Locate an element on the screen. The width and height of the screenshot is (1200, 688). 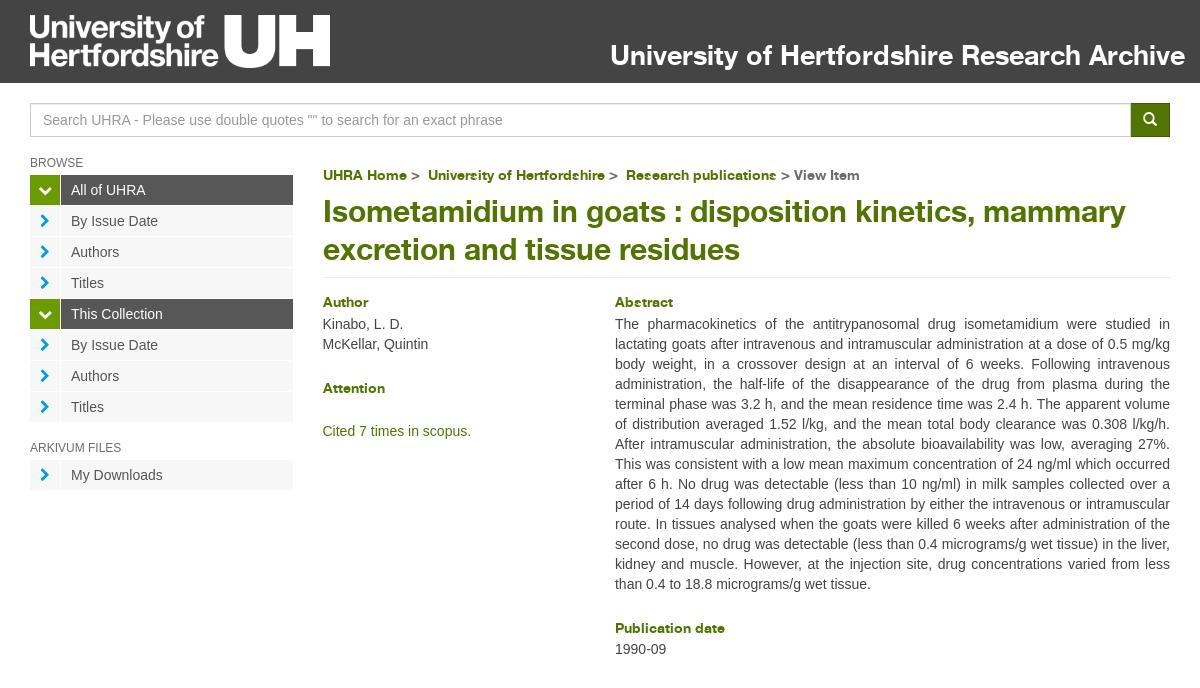
'This Collection' is located at coordinates (116, 314).